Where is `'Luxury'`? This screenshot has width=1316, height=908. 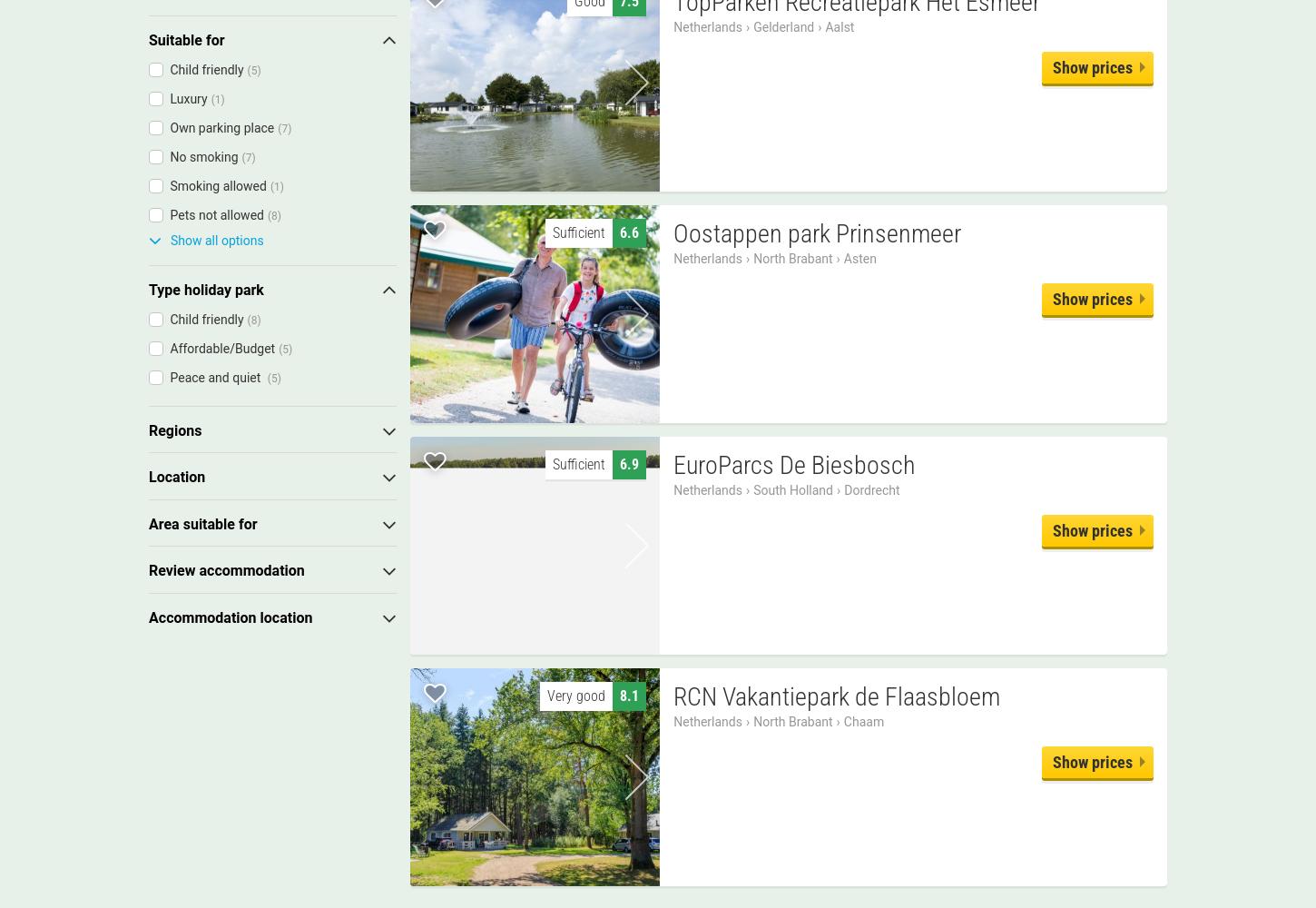
'Luxury' is located at coordinates (187, 97).